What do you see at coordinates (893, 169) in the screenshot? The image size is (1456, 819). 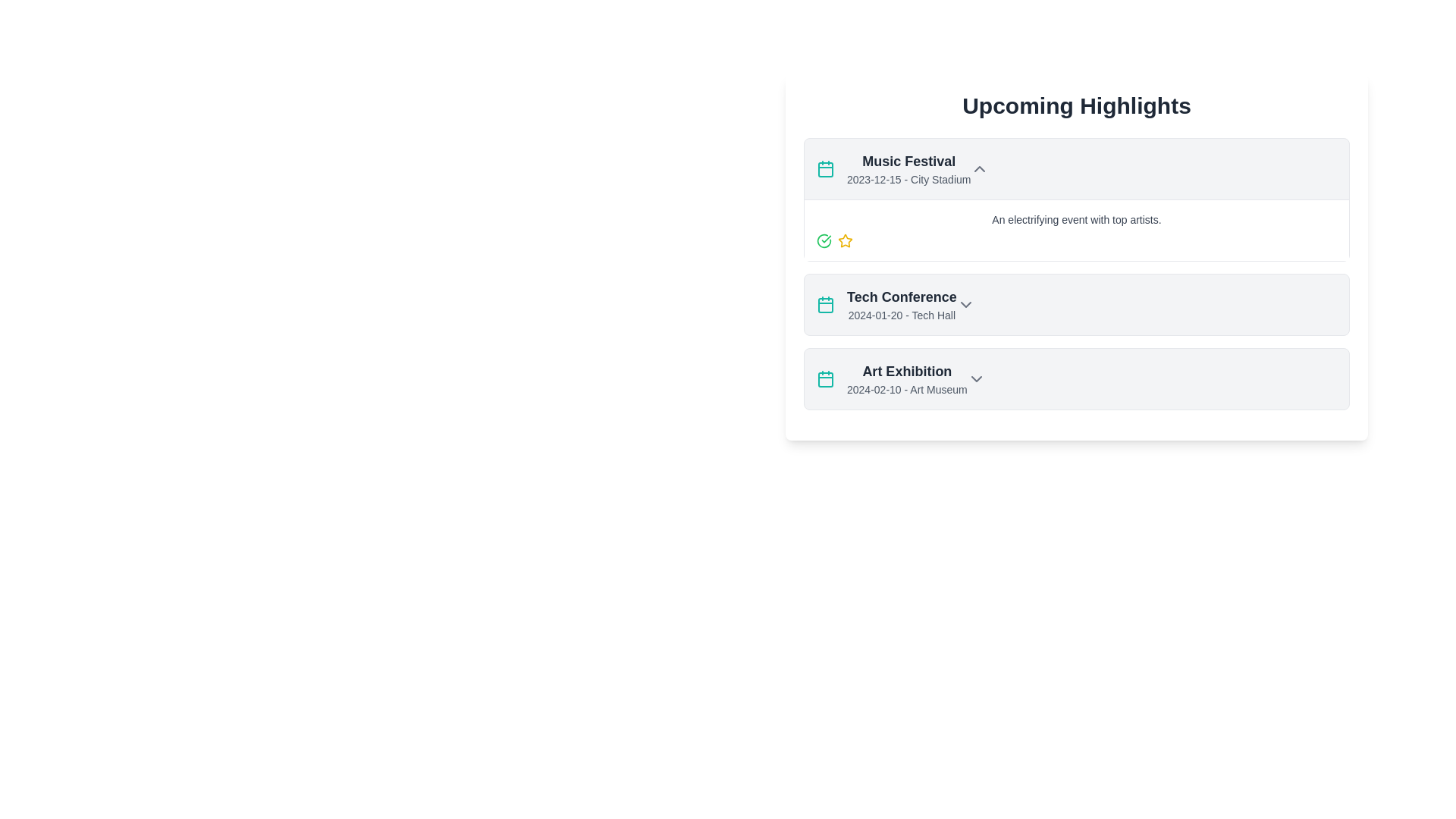 I see `the 'Music Festival' event information display component, which features bold text and a calendar icon to the left, located at the top of the upcoming events list` at bounding box center [893, 169].